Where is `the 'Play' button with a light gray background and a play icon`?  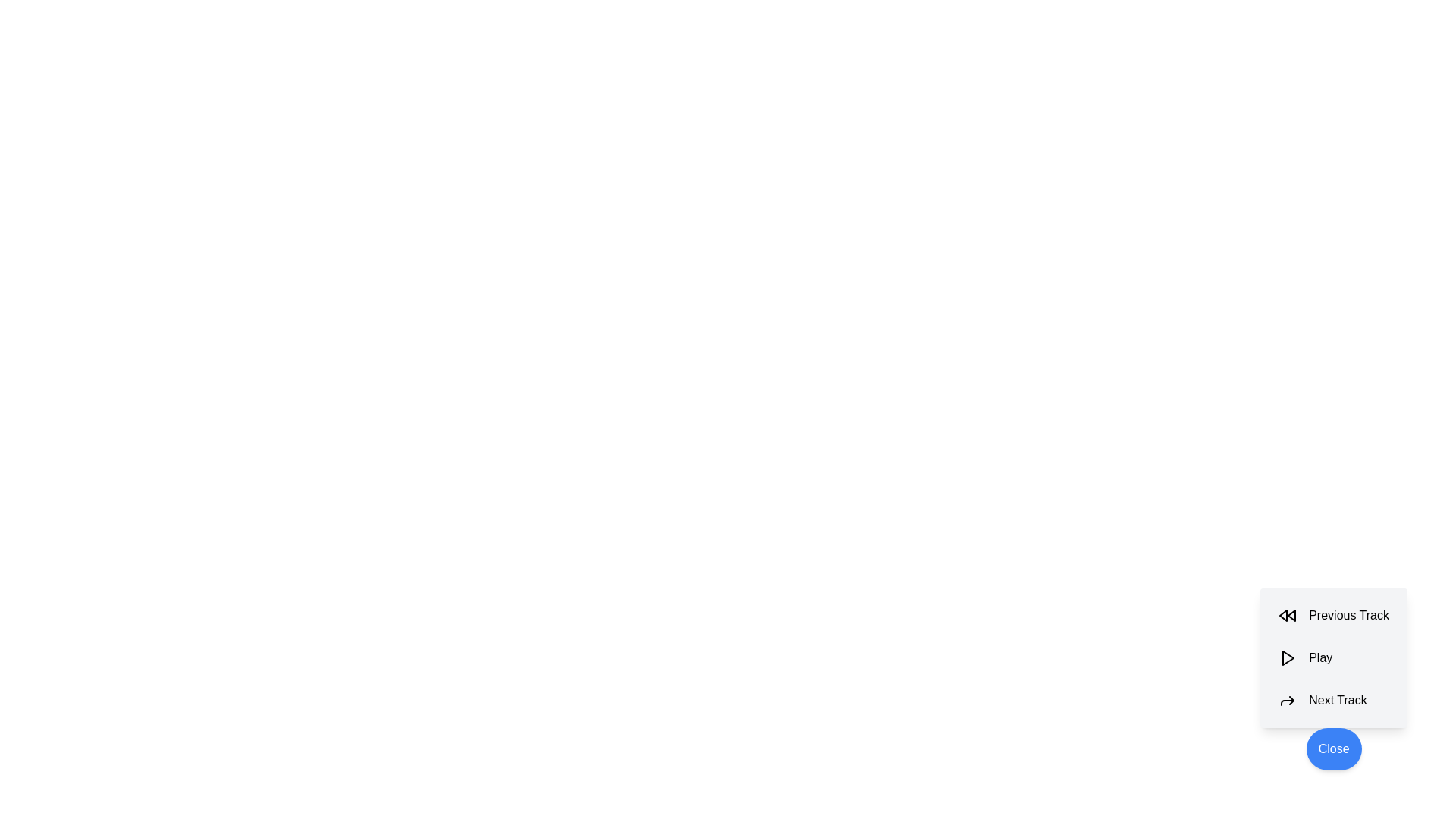
the 'Play' button with a light gray background and a play icon is located at coordinates (1333, 657).